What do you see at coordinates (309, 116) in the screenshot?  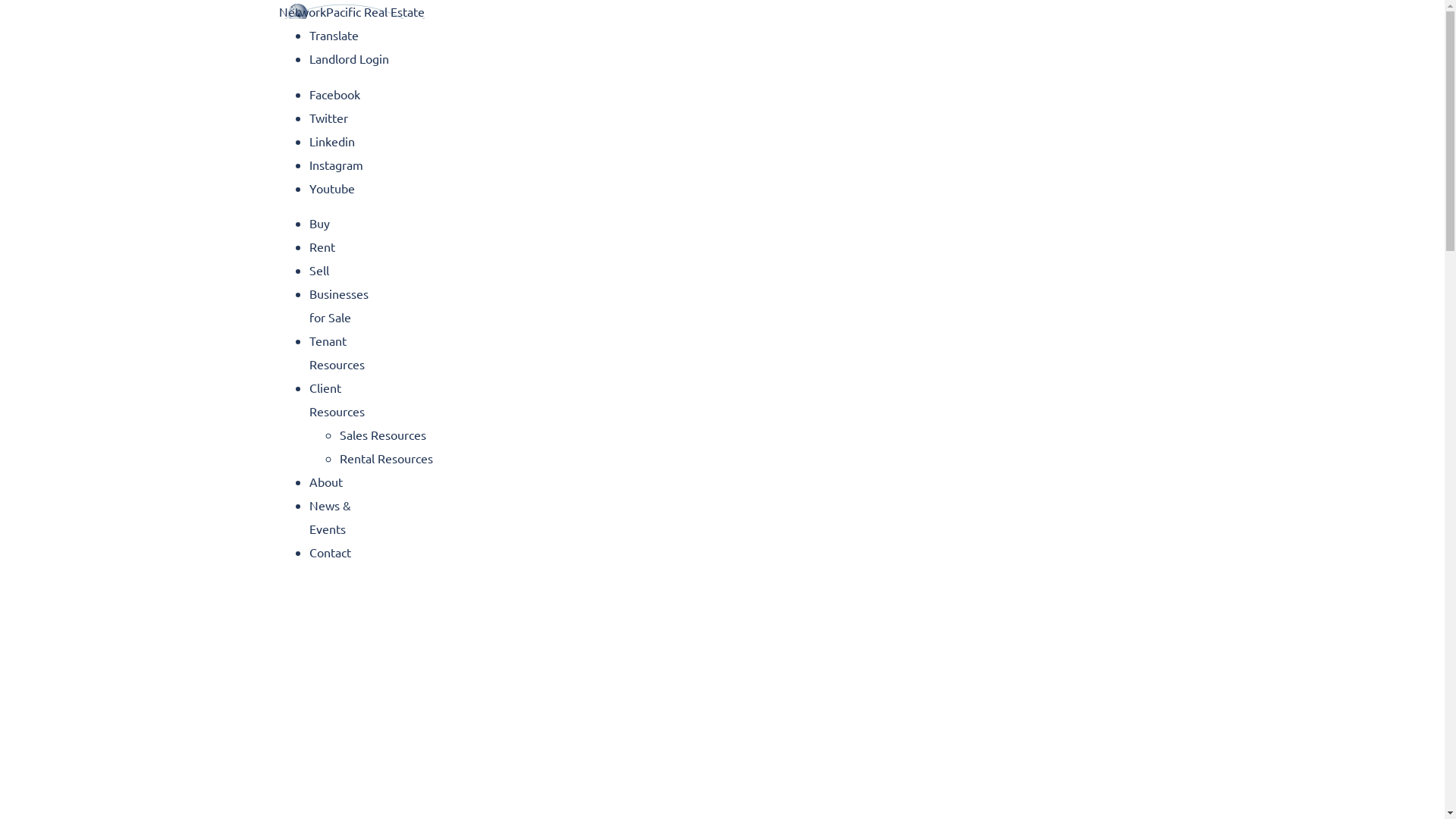 I see `'Twitter'` at bounding box center [309, 116].